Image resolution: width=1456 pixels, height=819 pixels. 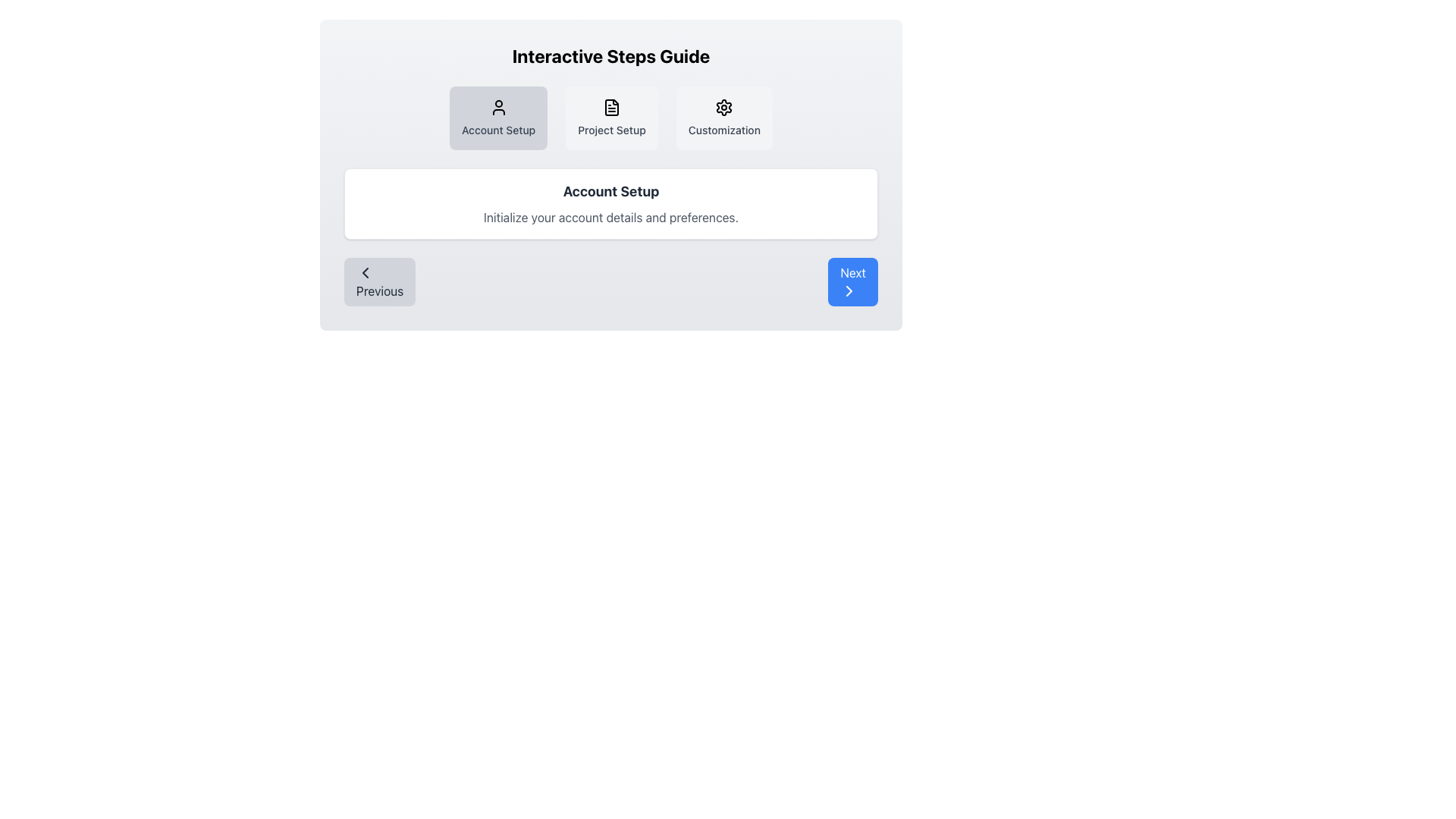 What do you see at coordinates (611, 117) in the screenshot?
I see `the middle section of the button labeled 'Project Setup' which is part of a horizontal layout of three sections within the 'Interactive Steps Guide.'` at bounding box center [611, 117].